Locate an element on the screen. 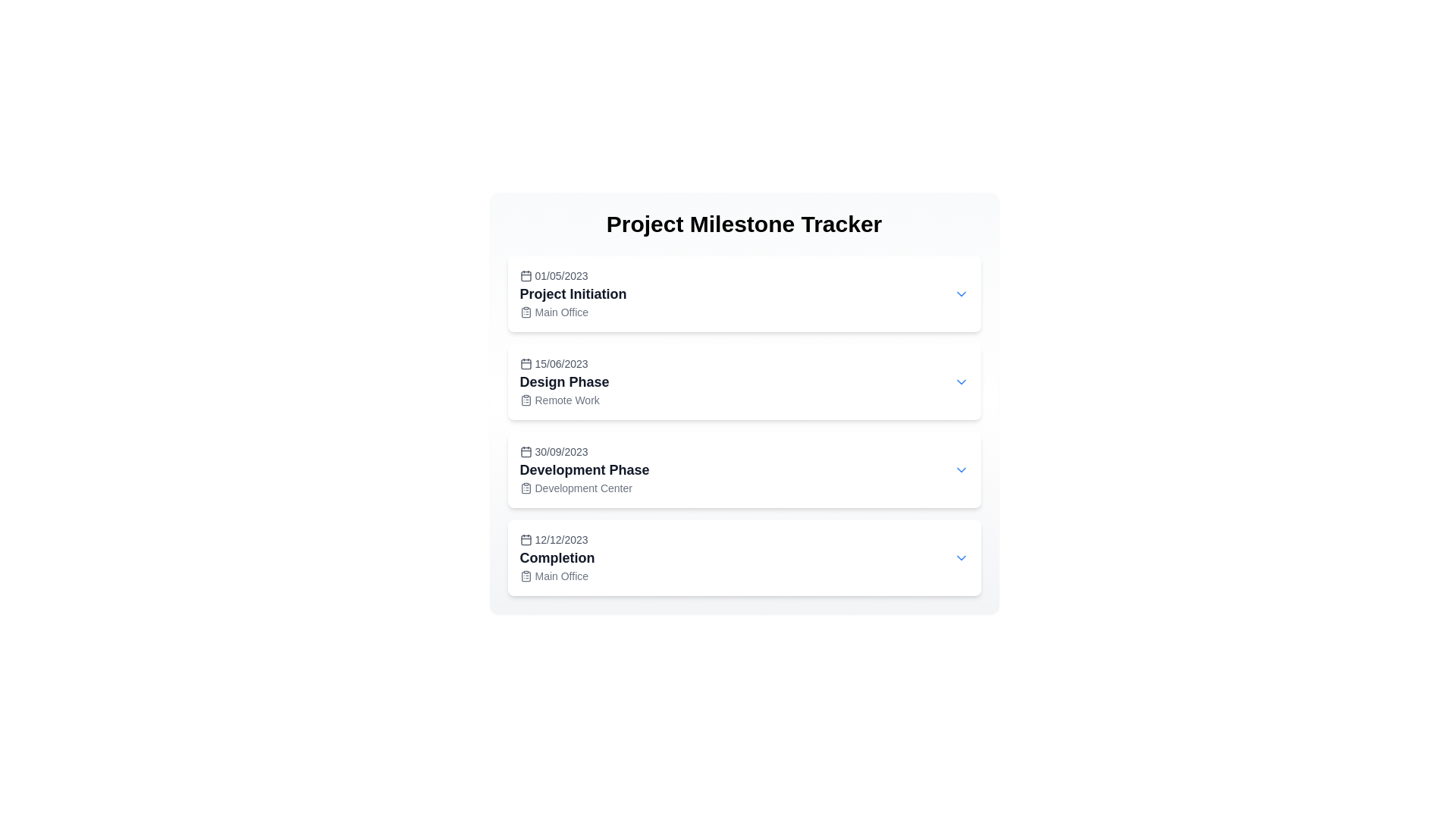 The height and width of the screenshot is (819, 1456). date displayed in the text label that shows '12/12/2023' next to a calendar icon in the Completion card is located at coordinates (556, 539).